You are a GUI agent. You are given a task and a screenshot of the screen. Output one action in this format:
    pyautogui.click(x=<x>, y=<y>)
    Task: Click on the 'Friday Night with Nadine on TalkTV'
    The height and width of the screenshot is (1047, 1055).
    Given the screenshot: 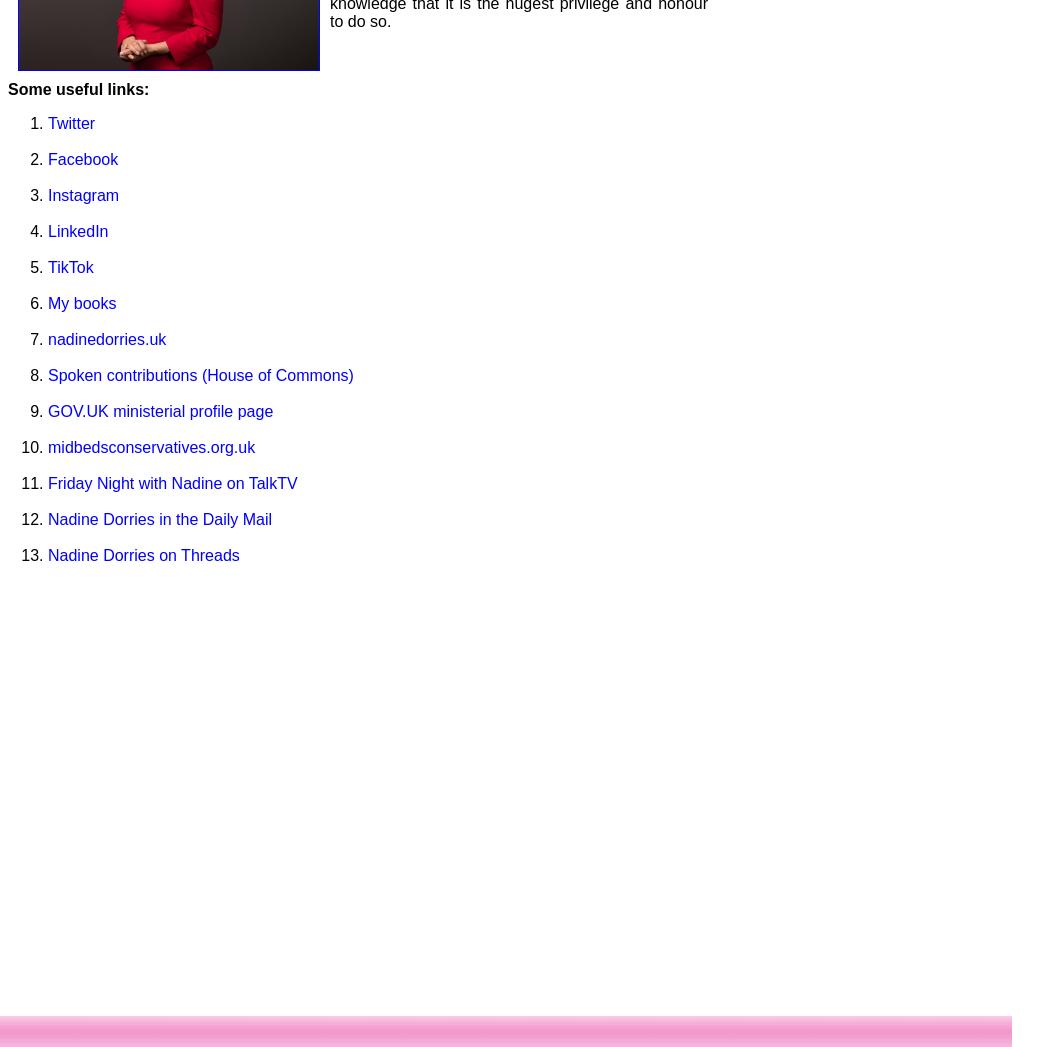 What is the action you would take?
    pyautogui.click(x=172, y=481)
    